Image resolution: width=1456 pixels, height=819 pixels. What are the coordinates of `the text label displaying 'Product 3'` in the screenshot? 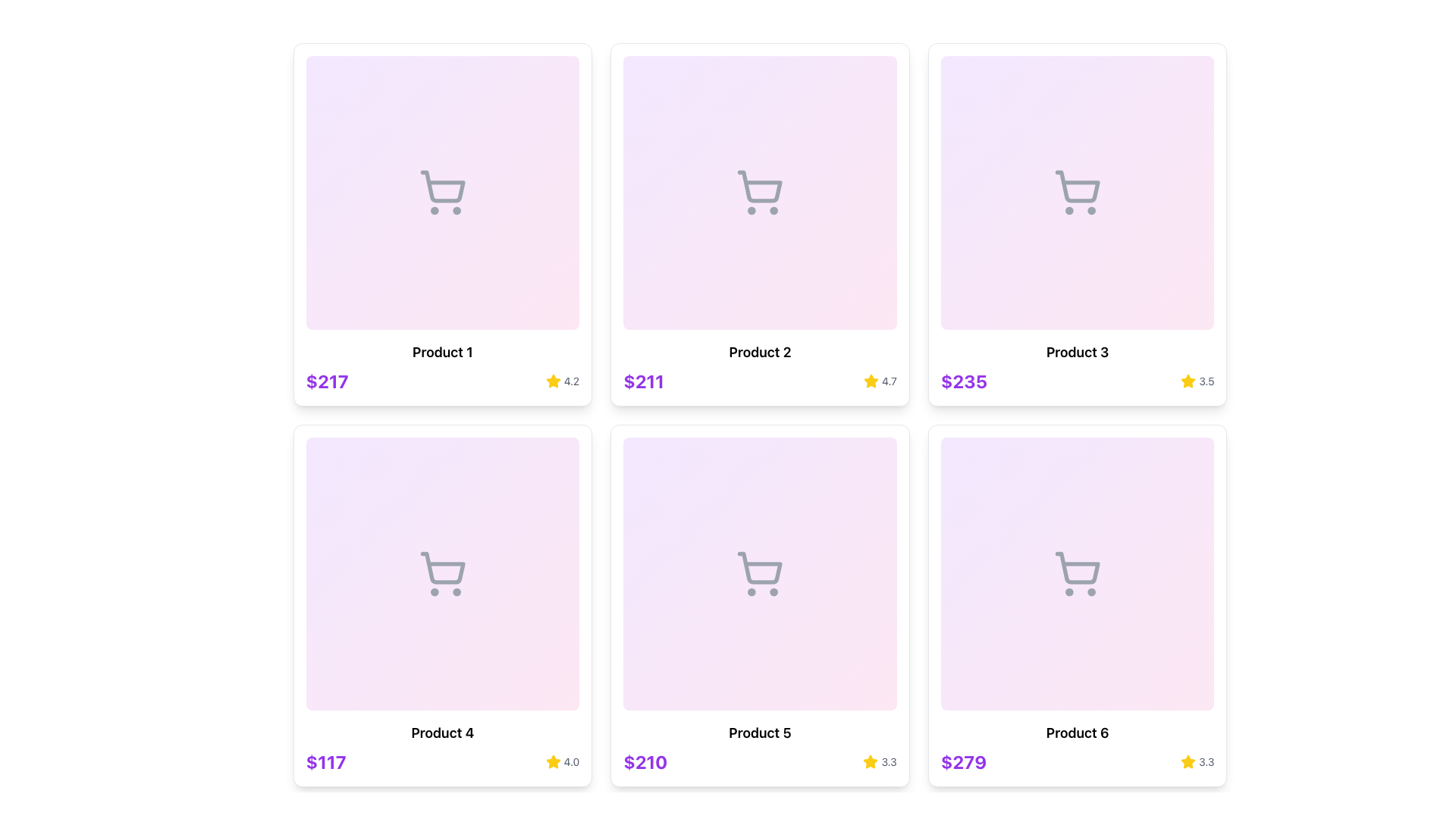 It's located at (1077, 352).